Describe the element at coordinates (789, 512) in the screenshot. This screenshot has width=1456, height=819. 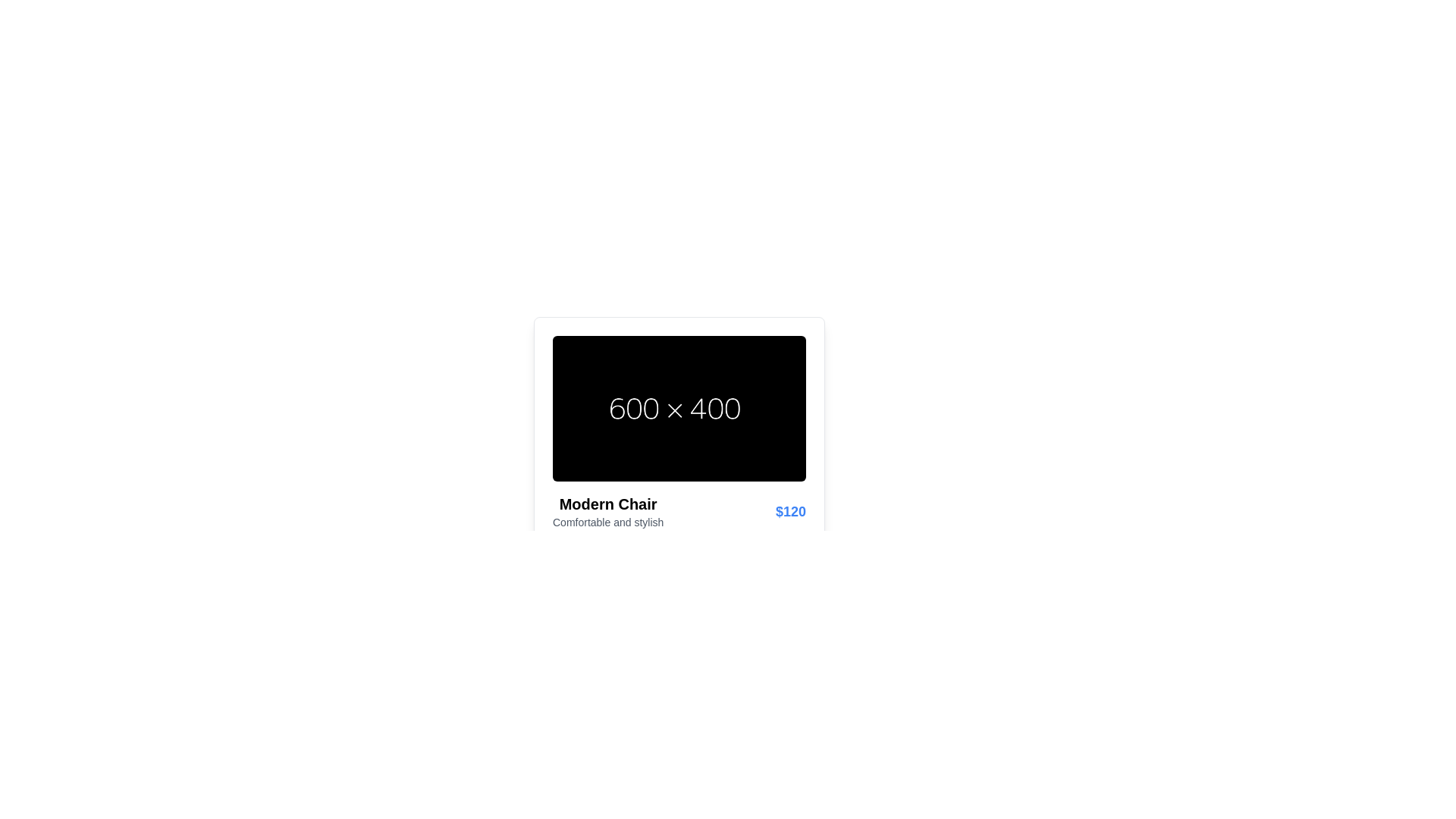
I see `the static text label displaying '$120' in bold blue font, located on the right side of the product description area of the product display card` at that location.